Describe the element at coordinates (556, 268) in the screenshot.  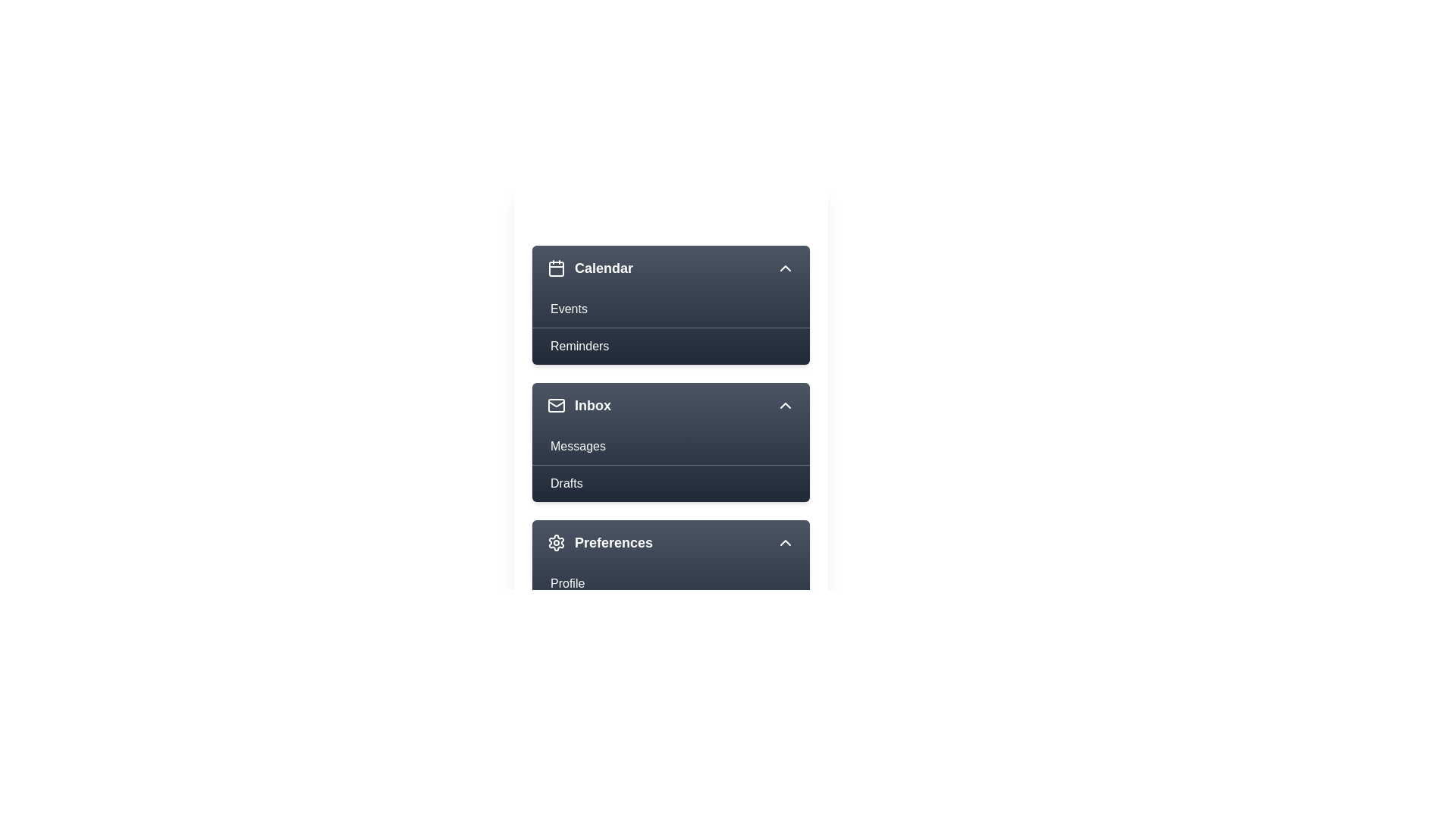
I see `the icon next to the section title Calendar to toggle its visibility` at that location.